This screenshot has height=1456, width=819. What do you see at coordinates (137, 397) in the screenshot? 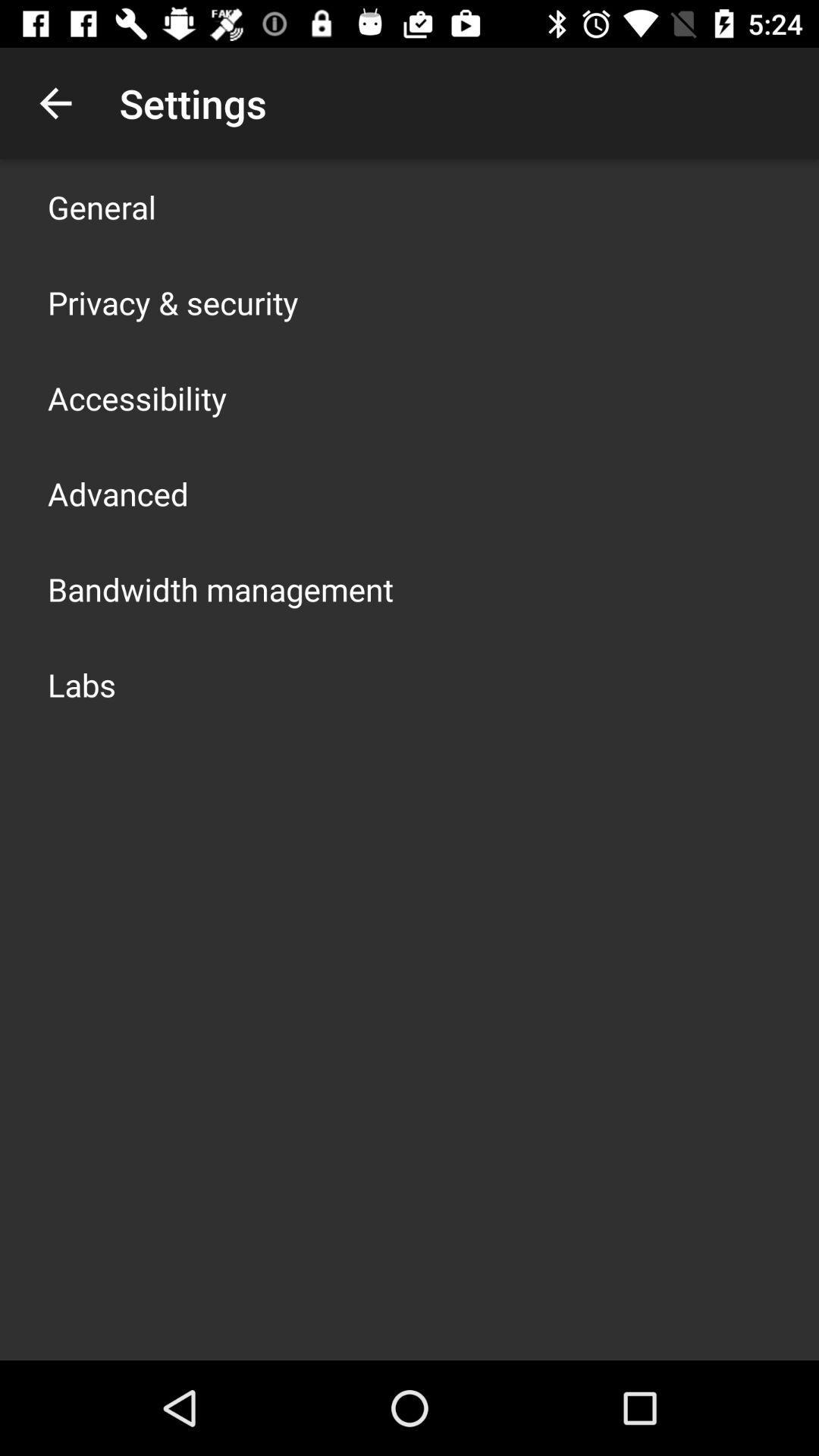
I see `the accessibility item` at bounding box center [137, 397].